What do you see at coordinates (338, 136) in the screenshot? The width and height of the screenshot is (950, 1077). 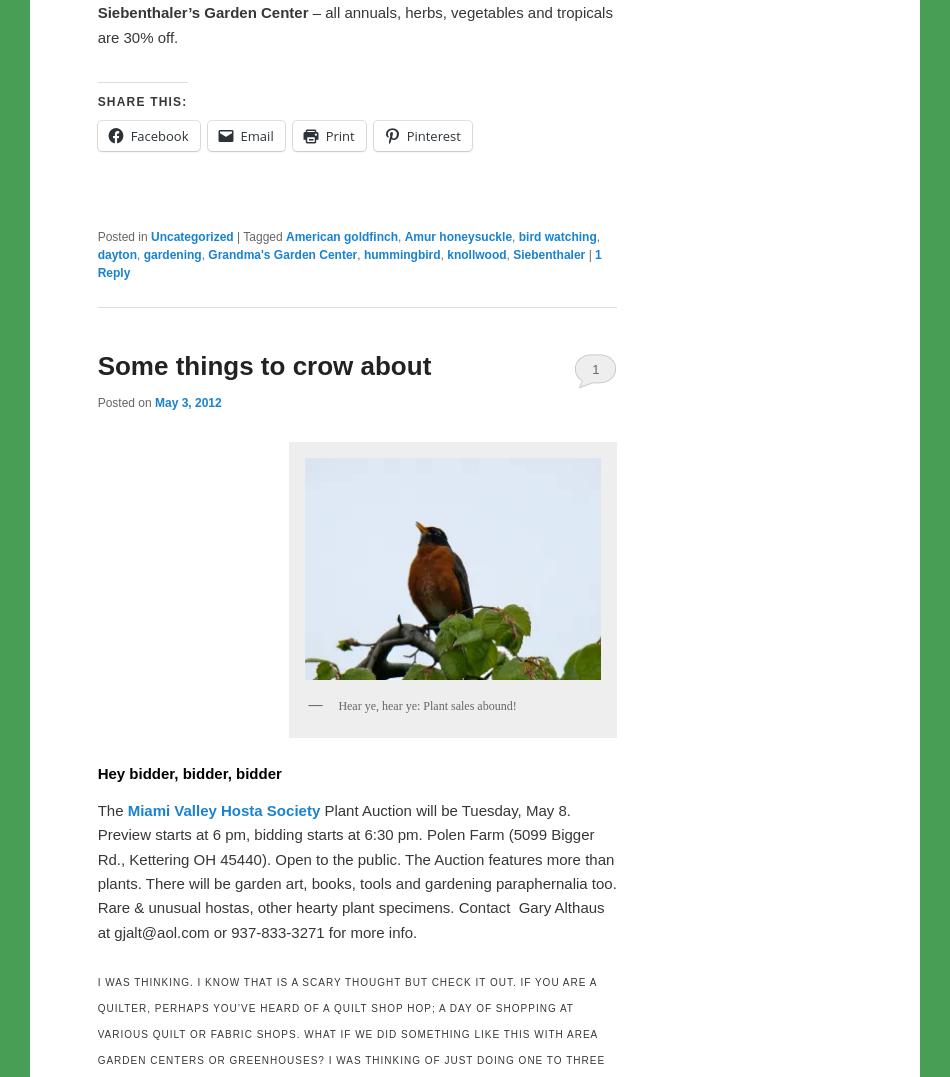 I see `'Print'` at bounding box center [338, 136].